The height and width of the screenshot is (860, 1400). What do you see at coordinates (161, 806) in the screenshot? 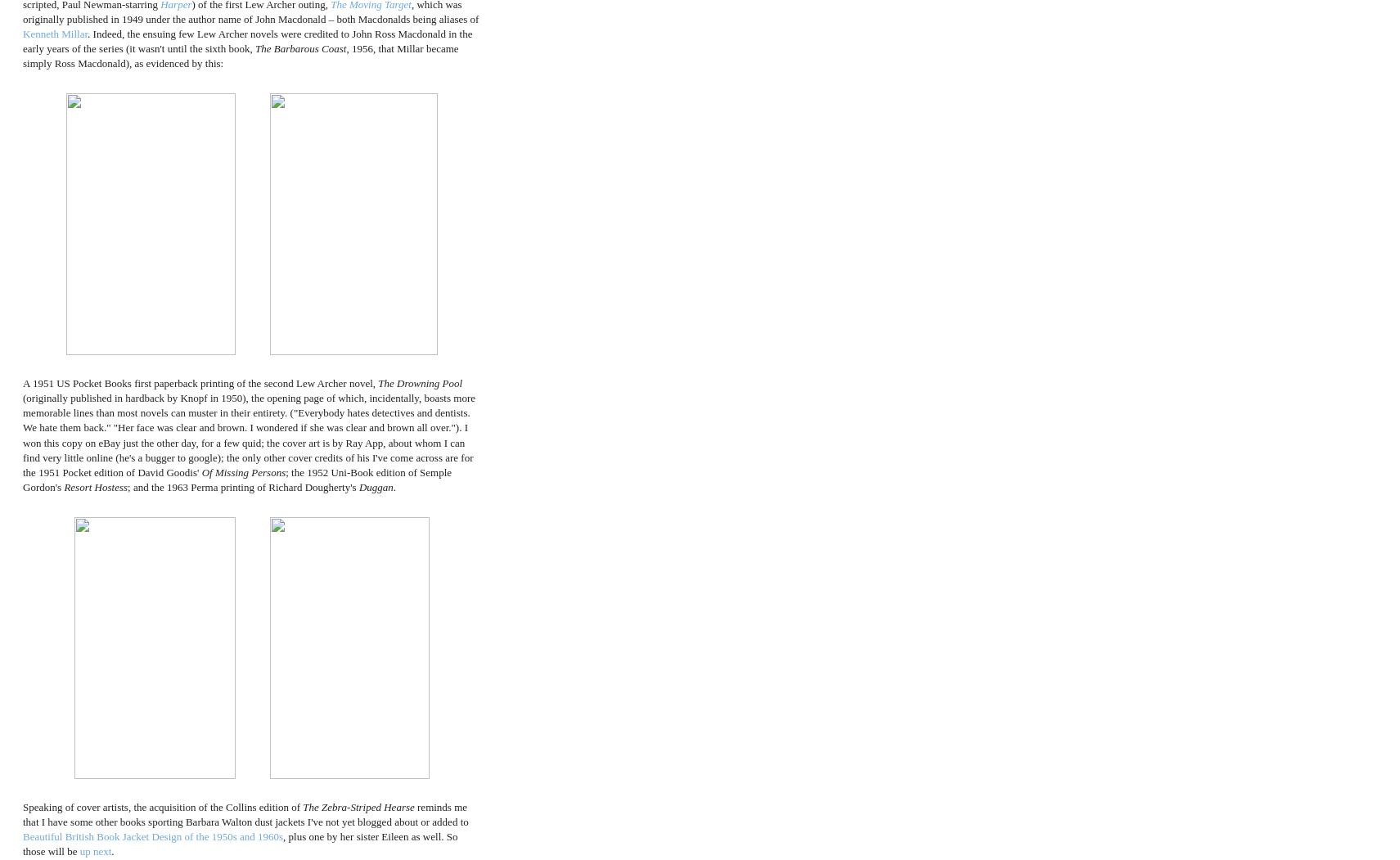
I see `'Speaking of cover artists, the acquisition of the Collins edition of'` at bounding box center [161, 806].